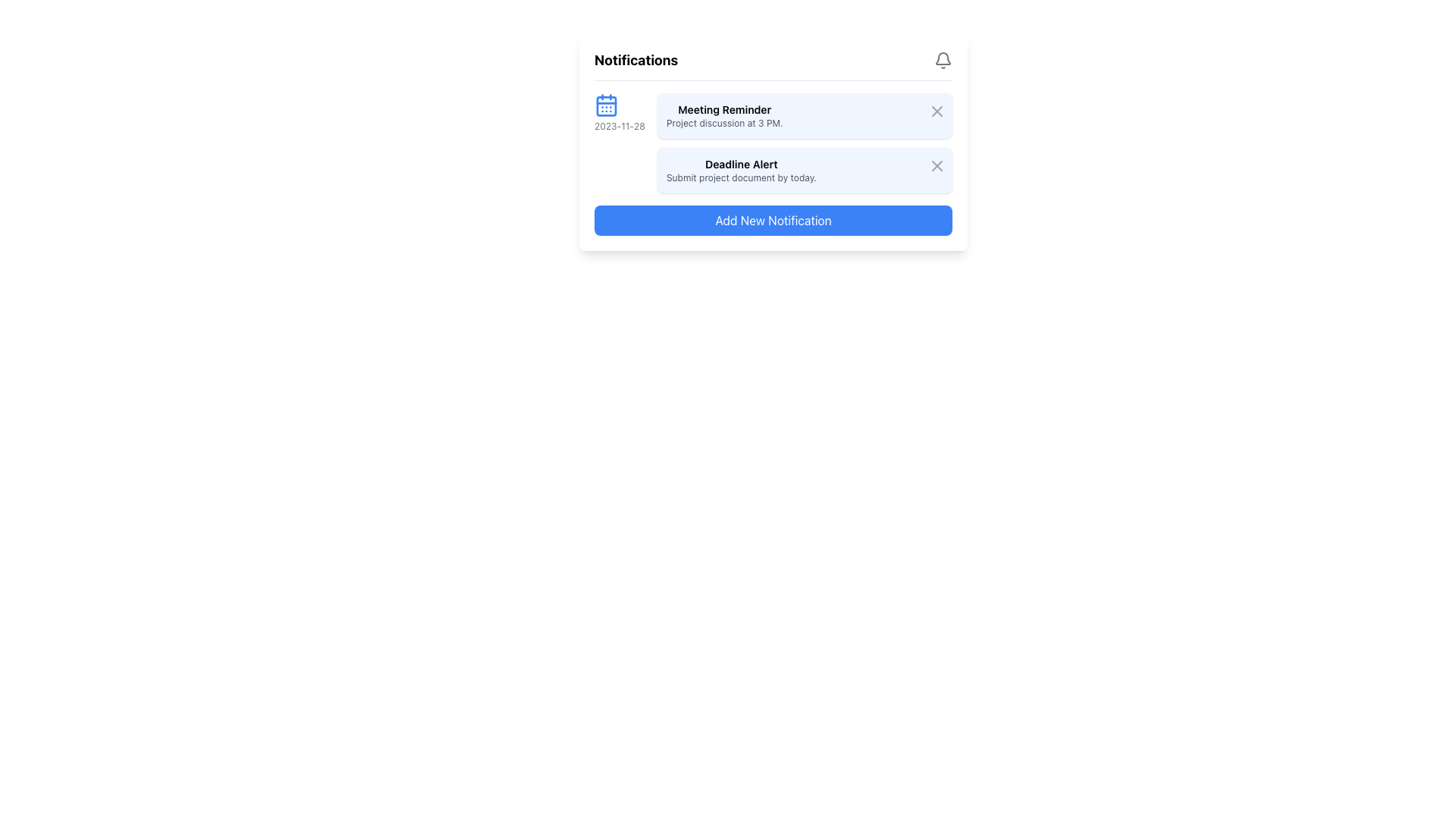 The image size is (1456, 819). I want to click on notification message displayed in the static text within the second notification item of the 'Deadline Alert' card, so click(741, 177).